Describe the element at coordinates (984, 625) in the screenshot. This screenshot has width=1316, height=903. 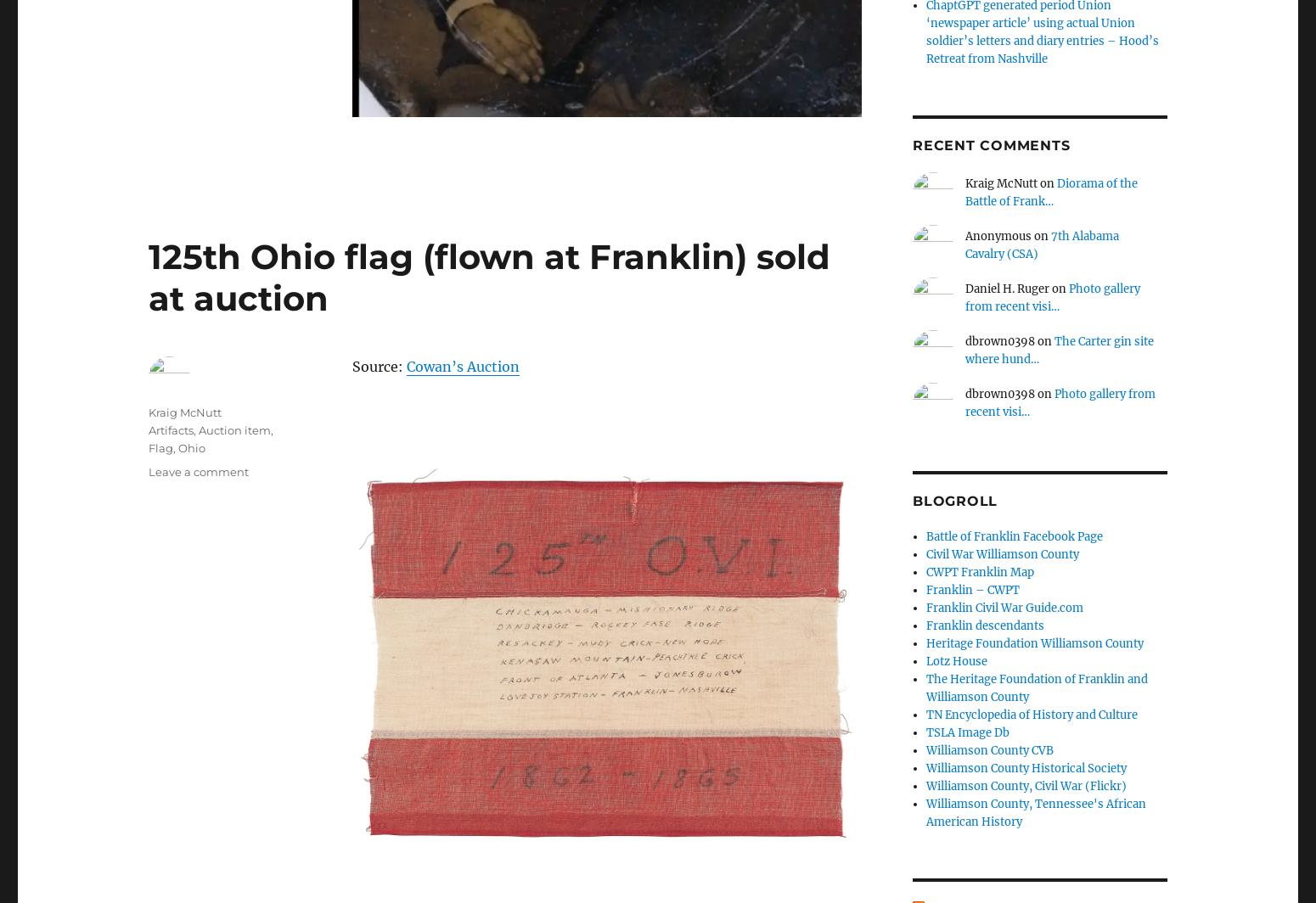
I see `'Franklin descendants'` at that location.